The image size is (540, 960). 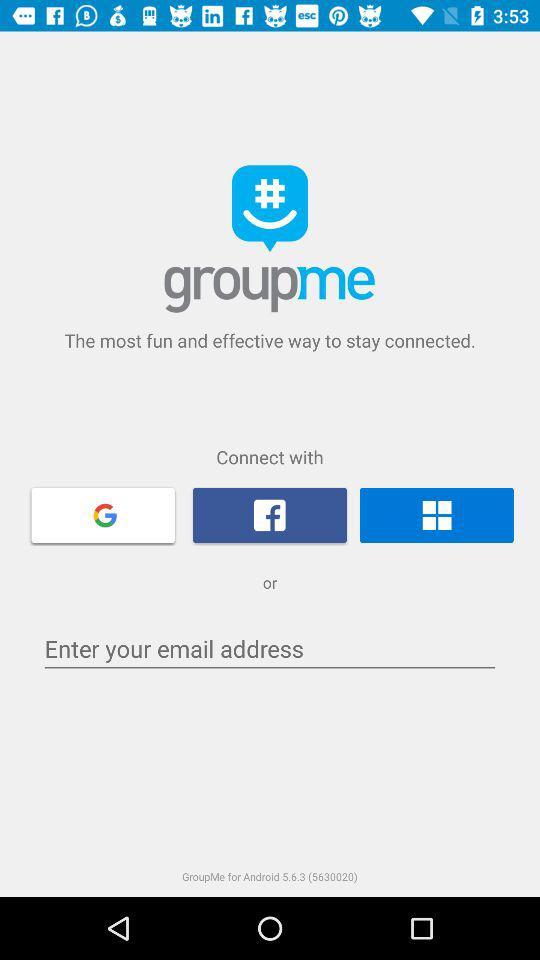 I want to click on connect with windows, so click(x=435, y=514).